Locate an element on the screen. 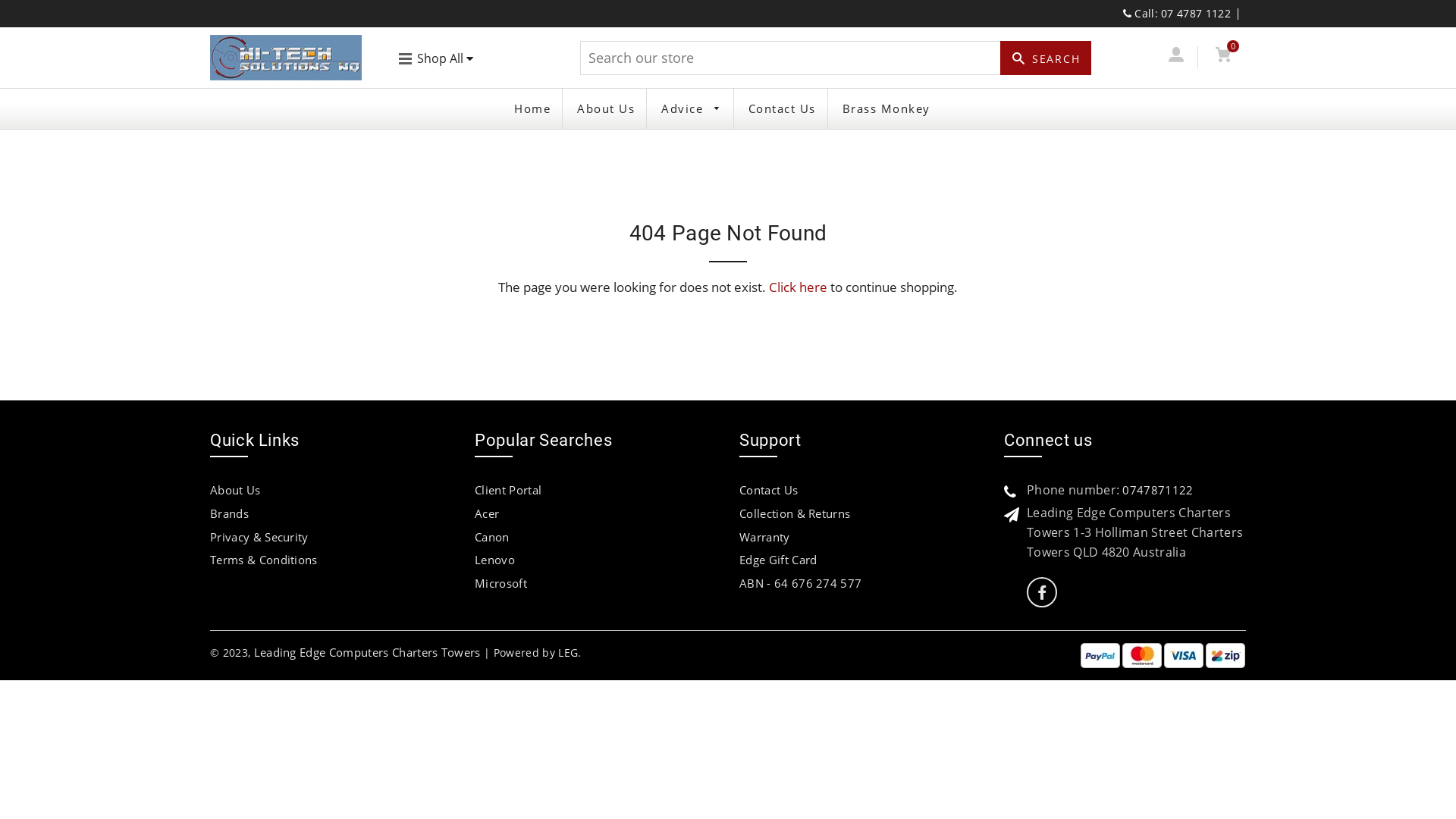 Image resolution: width=1456 pixels, height=819 pixels. 'Click here' is located at coordinates (797, 287).